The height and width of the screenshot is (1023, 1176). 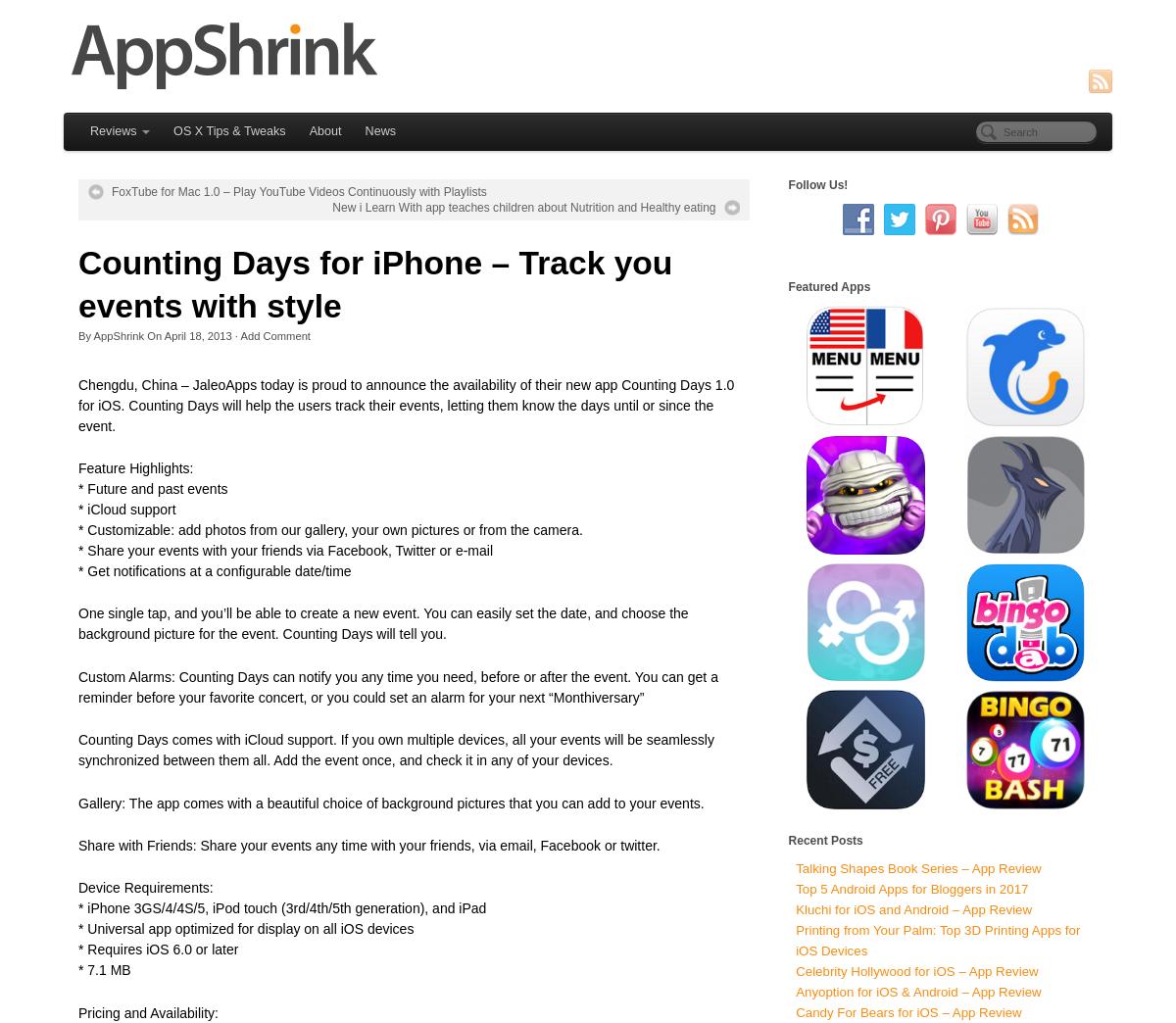 I want to click on 'Printing from Your Palm: Top 3D Printing Apps for iOS Devices', so click(x=938, y=939).